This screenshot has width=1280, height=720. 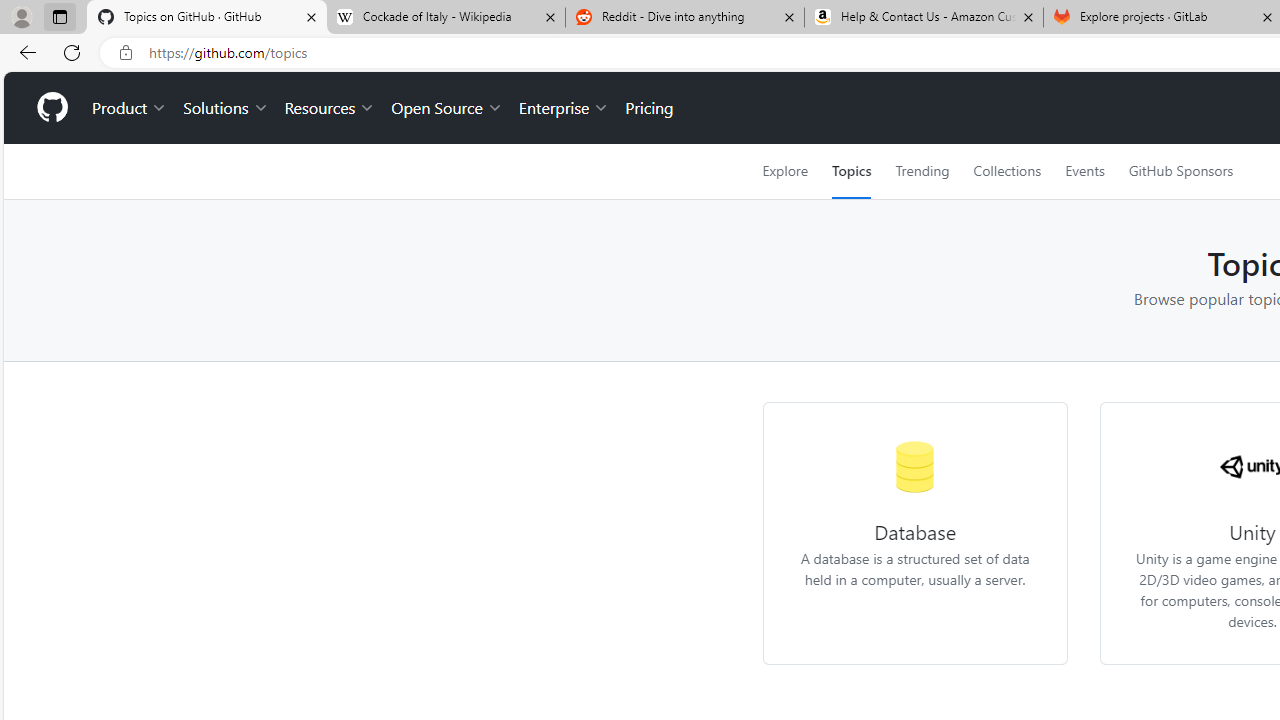 I want to click on 'Enterprise', so click(x=562, y=108).